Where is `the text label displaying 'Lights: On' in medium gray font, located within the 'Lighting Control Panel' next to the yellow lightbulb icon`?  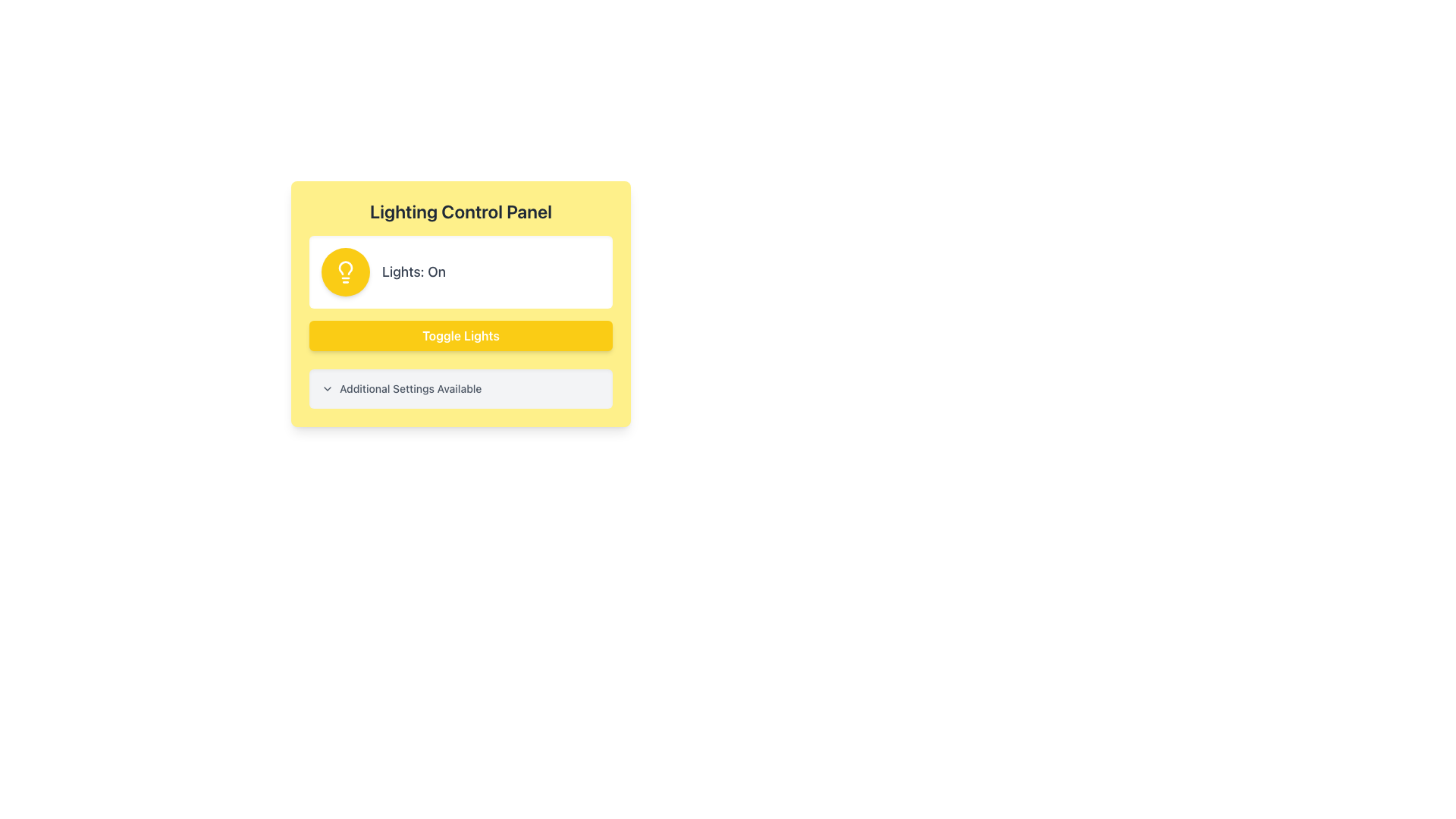
the text label displaying 'Lights: On' in medium gray font, located within the 'Lighting Control Panel' next to the yellow lightbulb icon is located at coordinates (414, 271).